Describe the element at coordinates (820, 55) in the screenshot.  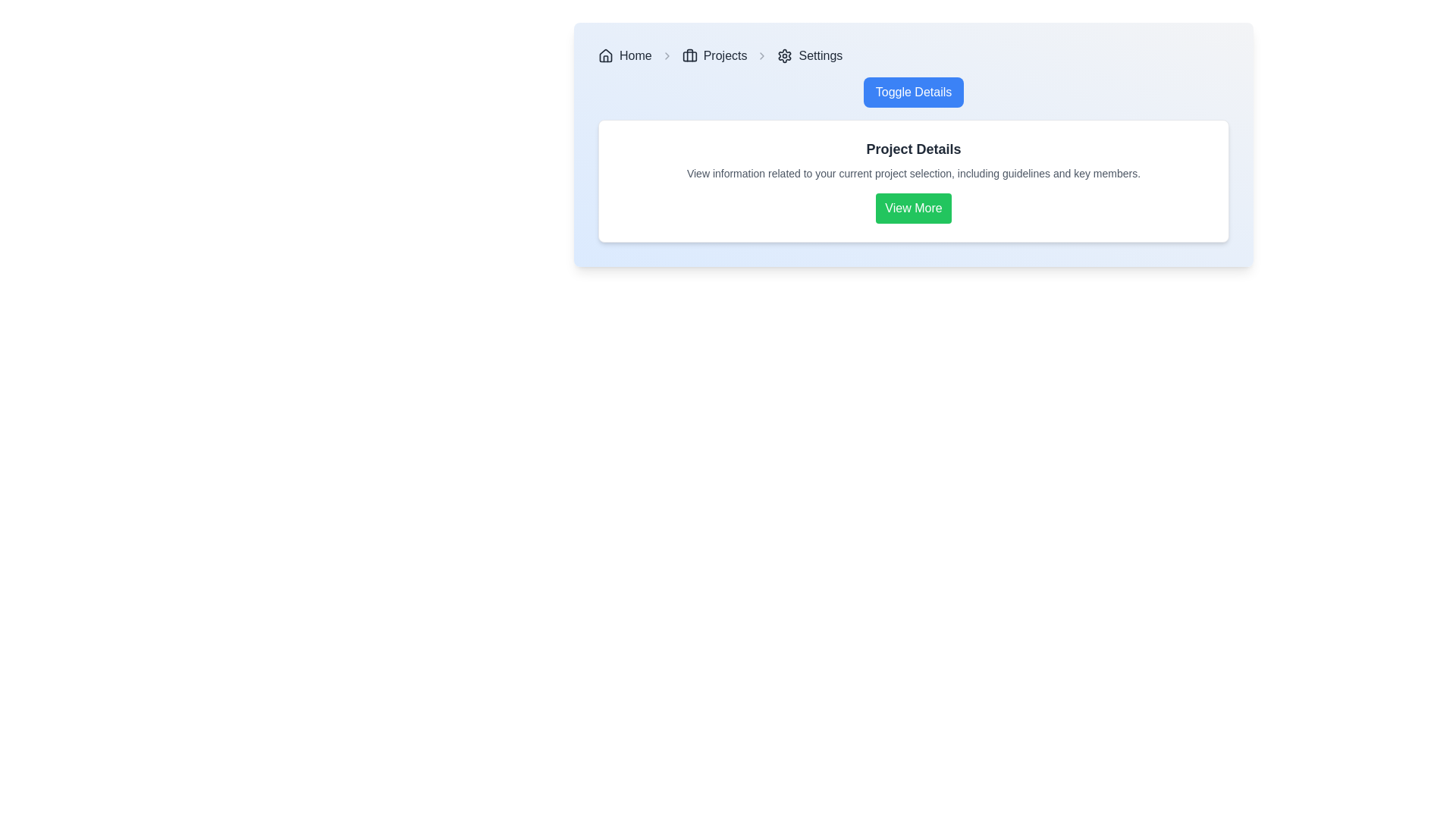
I see `the 'Settings' text label, which is the fourth item in a horizontal breadcrumb navigation, positioned to the right of a gear icon` at that location.